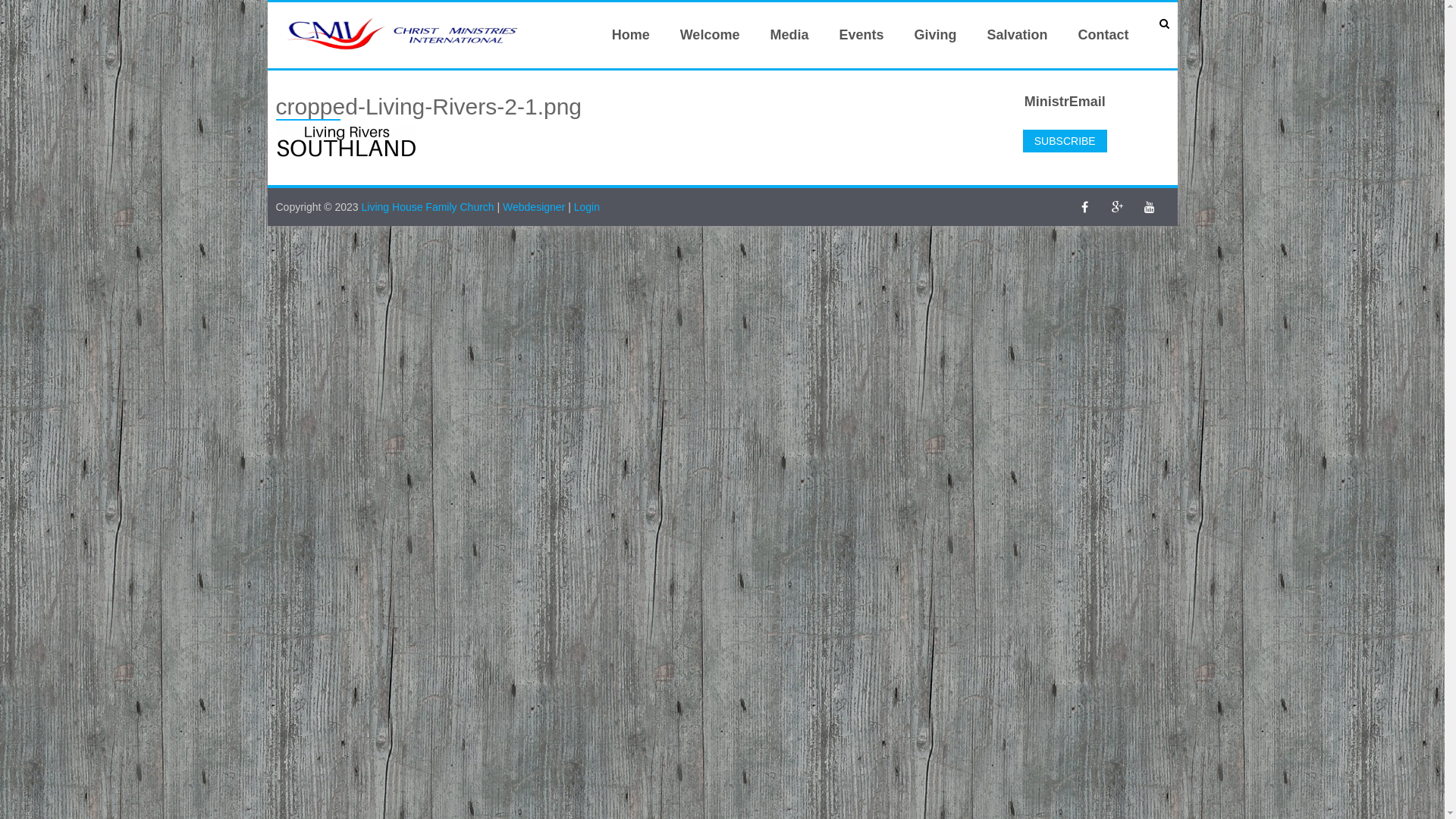 This screenshot has height=819, width=1456. What do you see at coordinates (934, 34) in the screenshot?
I see `'Giving'` at bounding box center [934, 34].